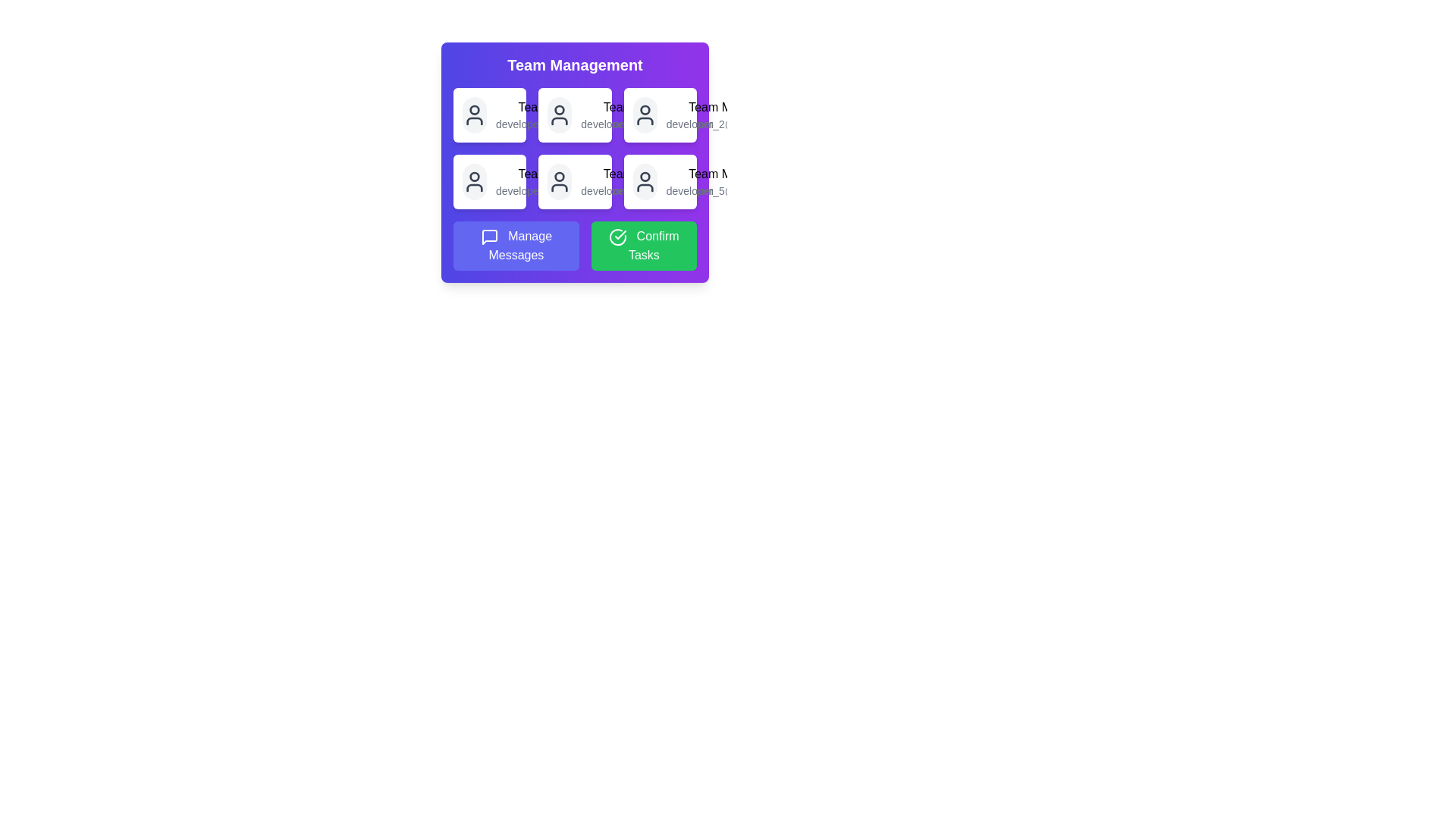 The width and height of the screenshot is (1456, 819). Describe the element at coordinates (645, 180) in the screenshot. I see `the SVG-based user avatar icon, which is a silhouette of a person within a white rounded square background, located in the fourth position of the grid under 'Team Management'` at that location.